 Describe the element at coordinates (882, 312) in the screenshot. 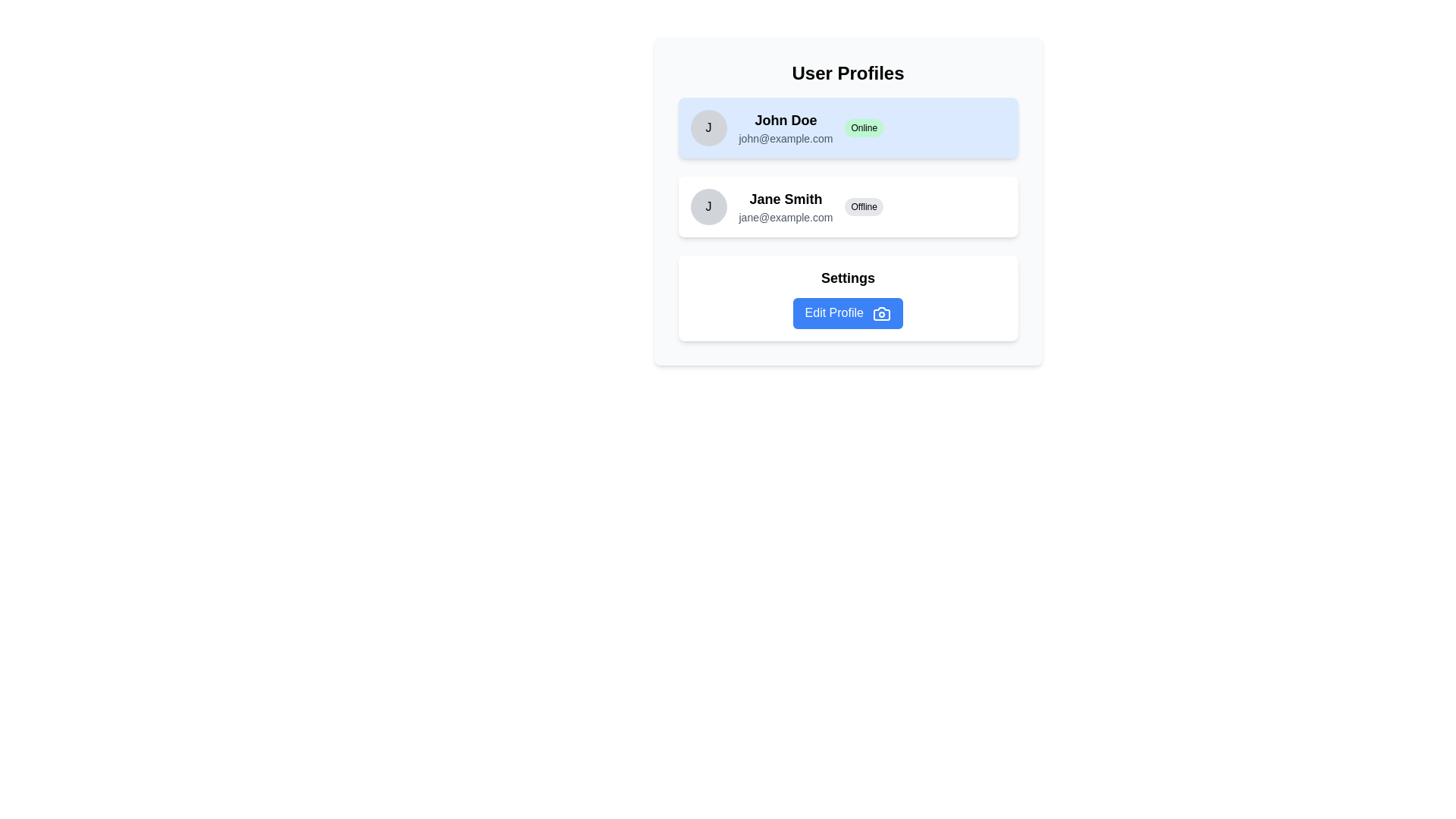

I see `the camera icon with a blue background located next to the 'Edit Profile' button text in the settings section of the user profiles page` at that location.